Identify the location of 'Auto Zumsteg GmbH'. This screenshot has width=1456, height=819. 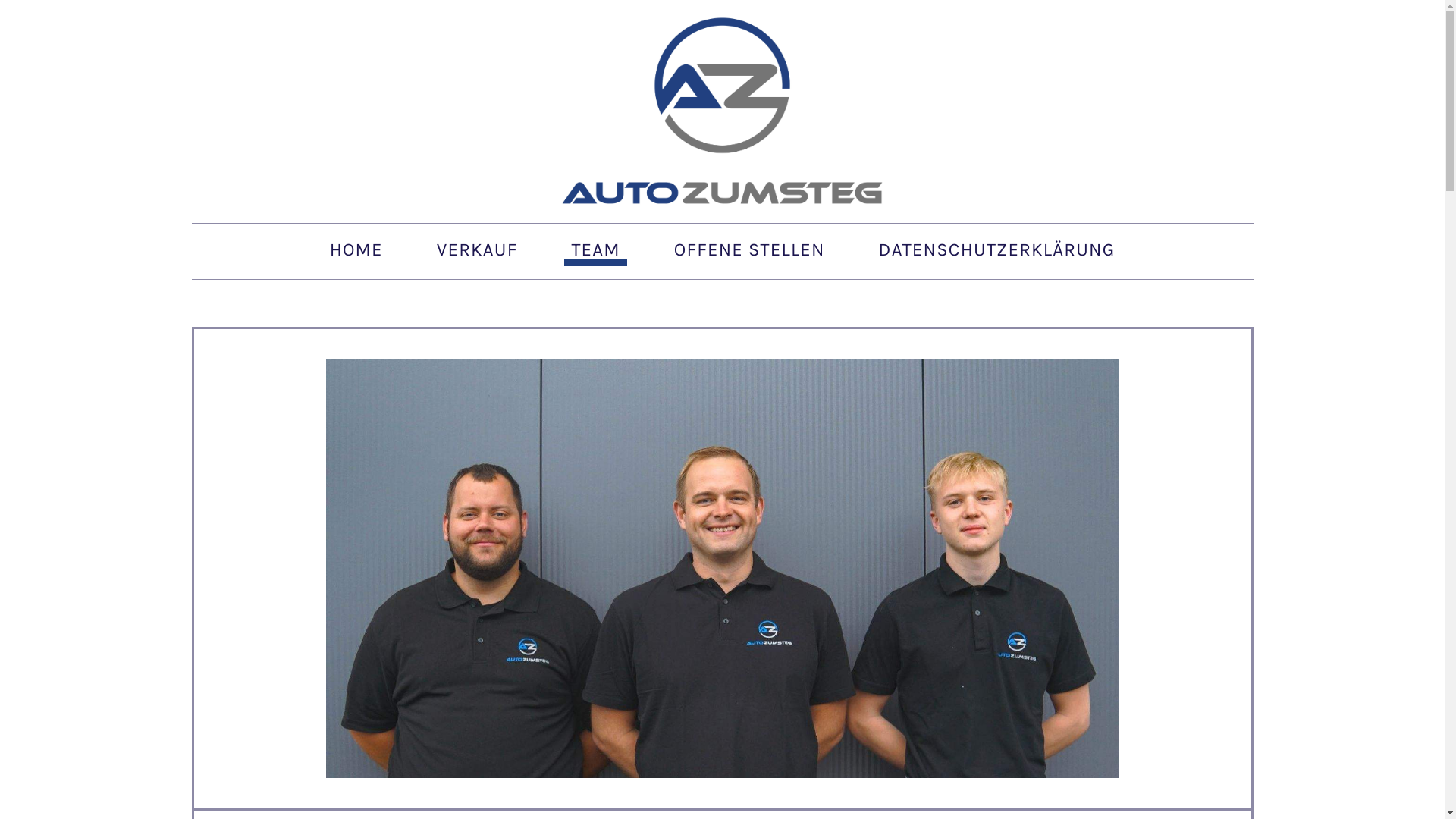
(721, 110).